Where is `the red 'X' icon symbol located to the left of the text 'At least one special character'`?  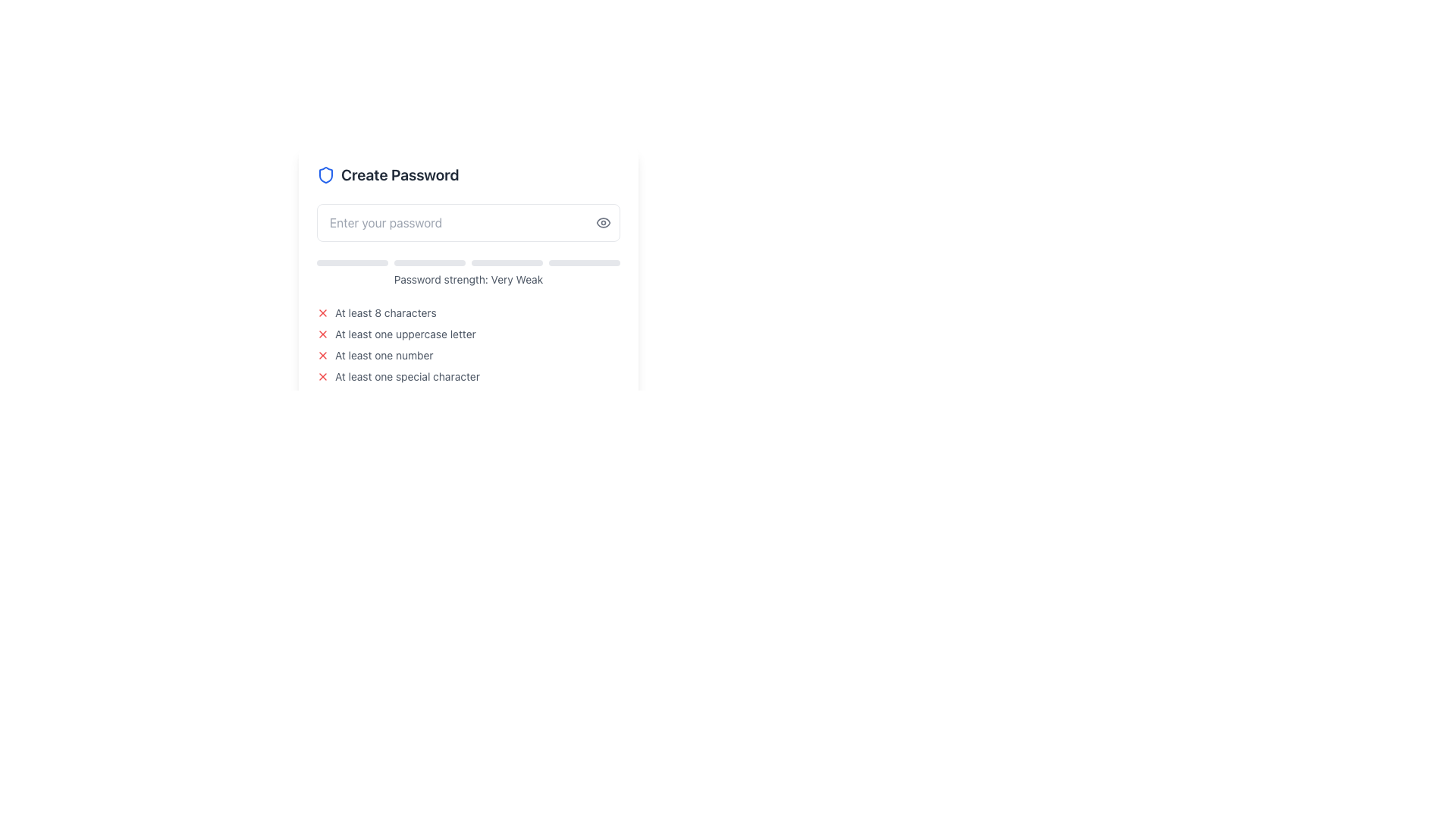 the red 'X' icon symbol located to the left of the text 'At least one special character' is located at coordinates (322, 376).